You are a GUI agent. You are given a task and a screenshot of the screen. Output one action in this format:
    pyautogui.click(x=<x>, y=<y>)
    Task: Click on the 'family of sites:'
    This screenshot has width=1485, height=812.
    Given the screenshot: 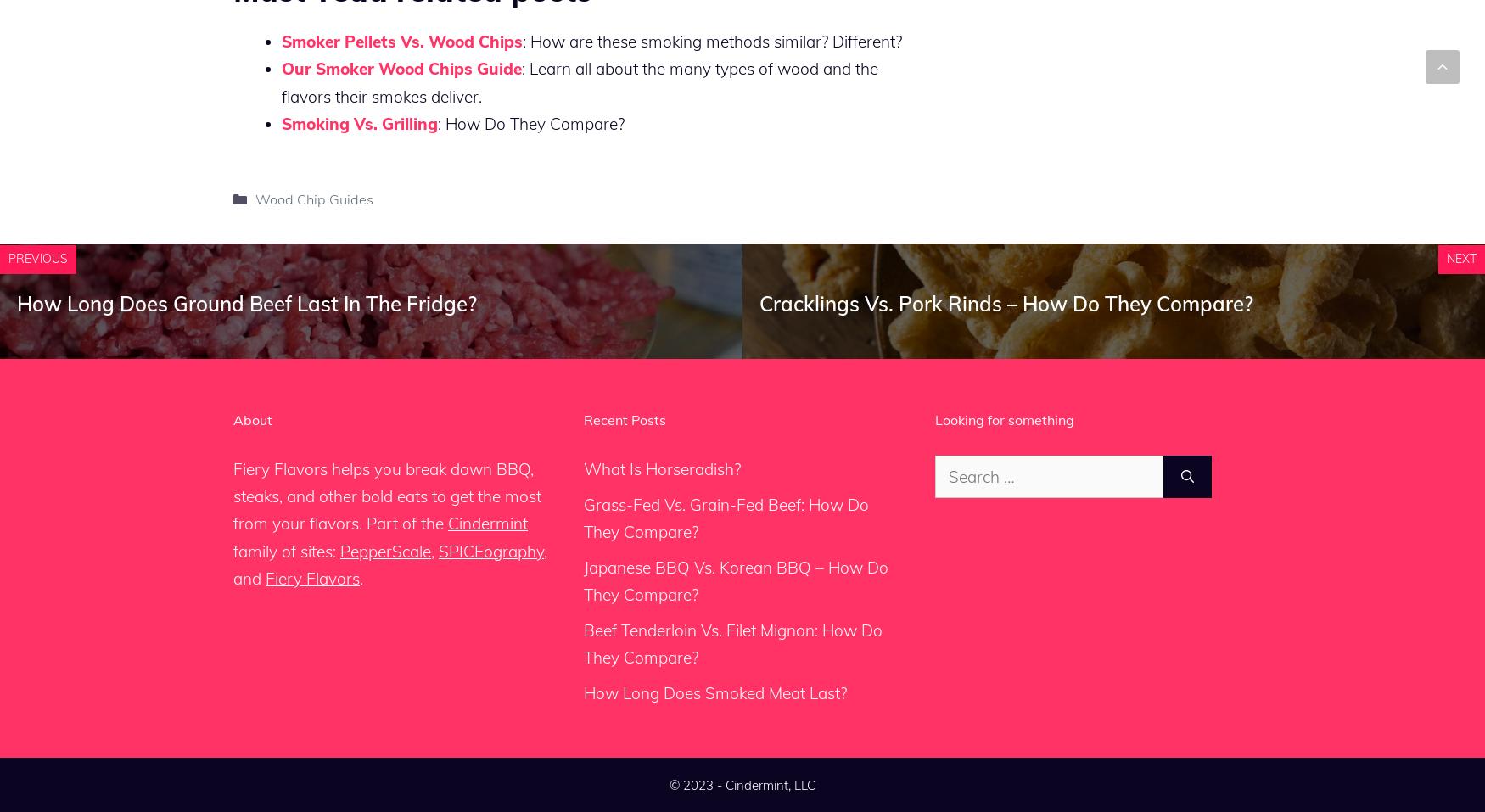 What is the action you would take?
    pyautogui.click(x=286, y=550)
    